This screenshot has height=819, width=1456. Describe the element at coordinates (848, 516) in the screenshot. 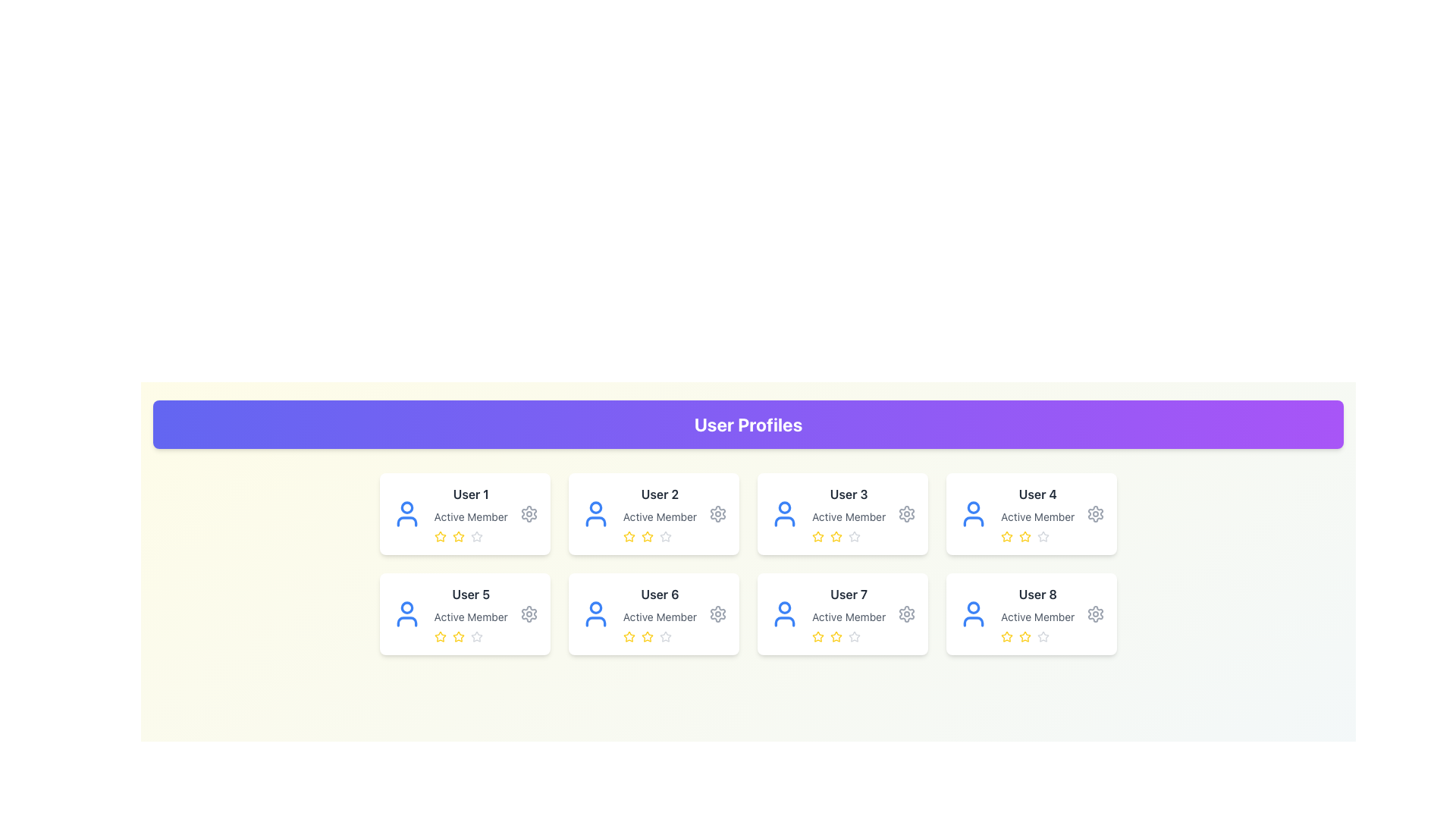

I see `the 'Active Member' text label` at that location.